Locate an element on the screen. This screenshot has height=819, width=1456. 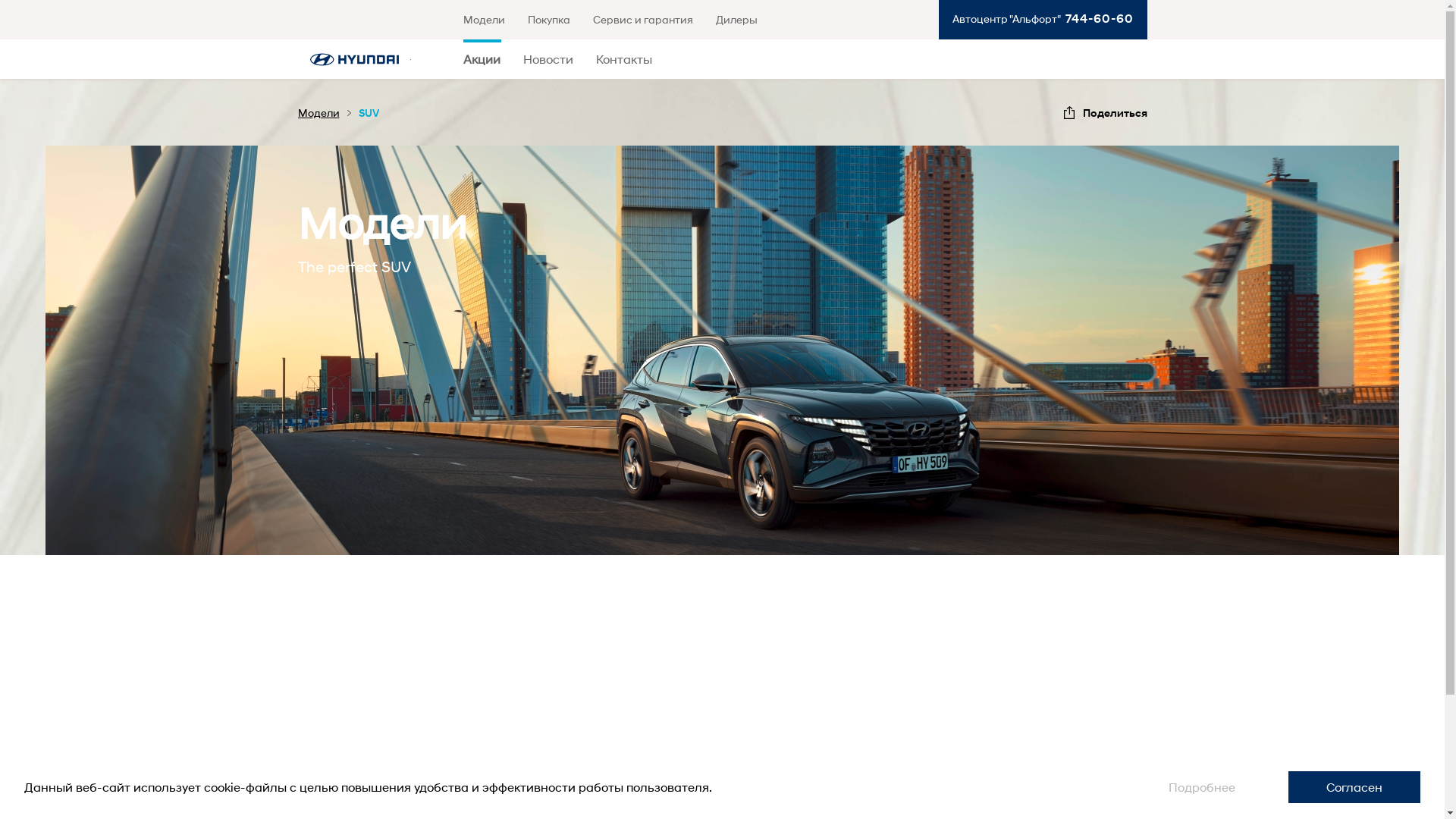
'SUV' is located at coordinates (356, 111).